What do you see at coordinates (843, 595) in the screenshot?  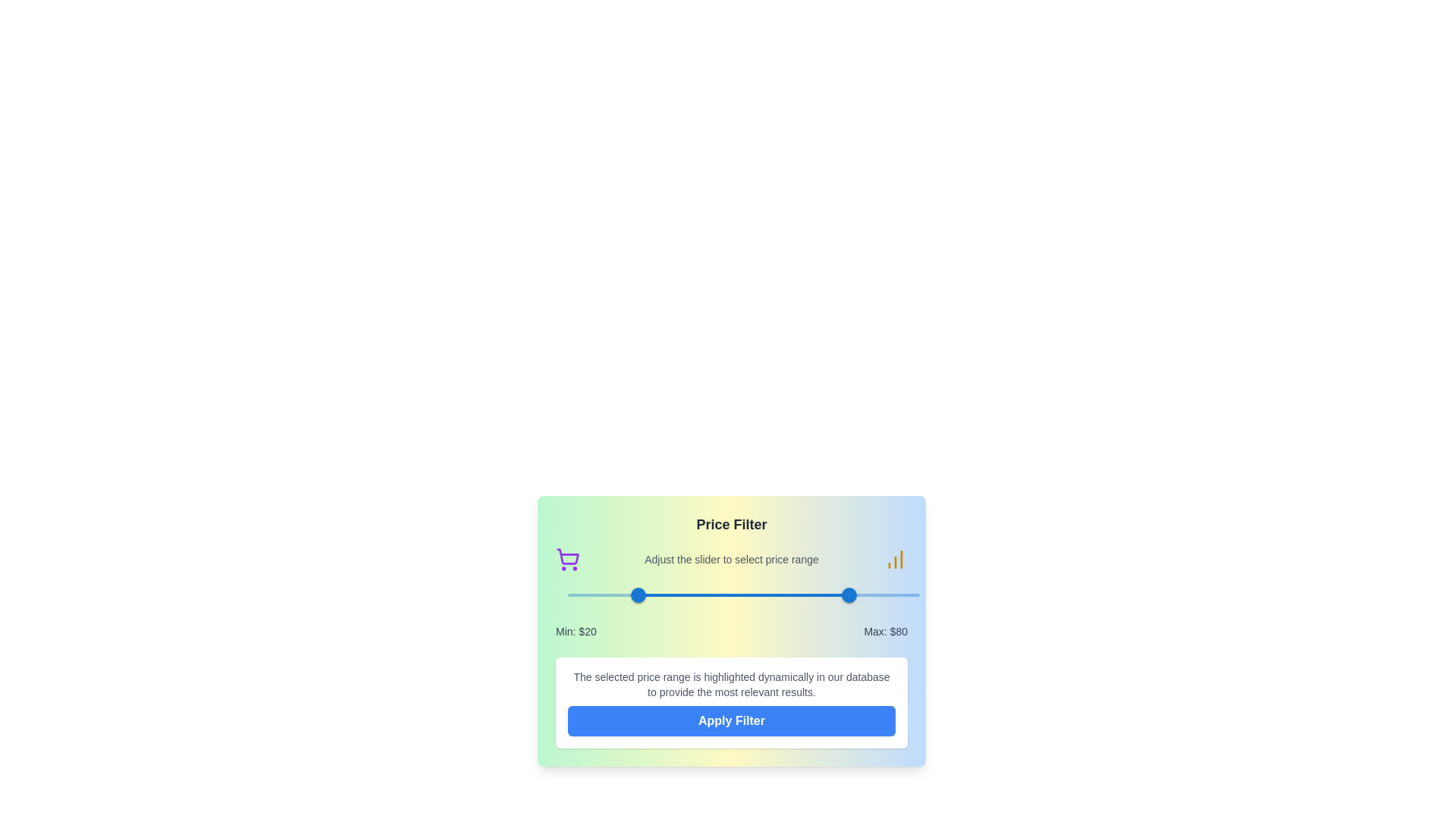 I see `slider value` at bounding box center [843, 595].